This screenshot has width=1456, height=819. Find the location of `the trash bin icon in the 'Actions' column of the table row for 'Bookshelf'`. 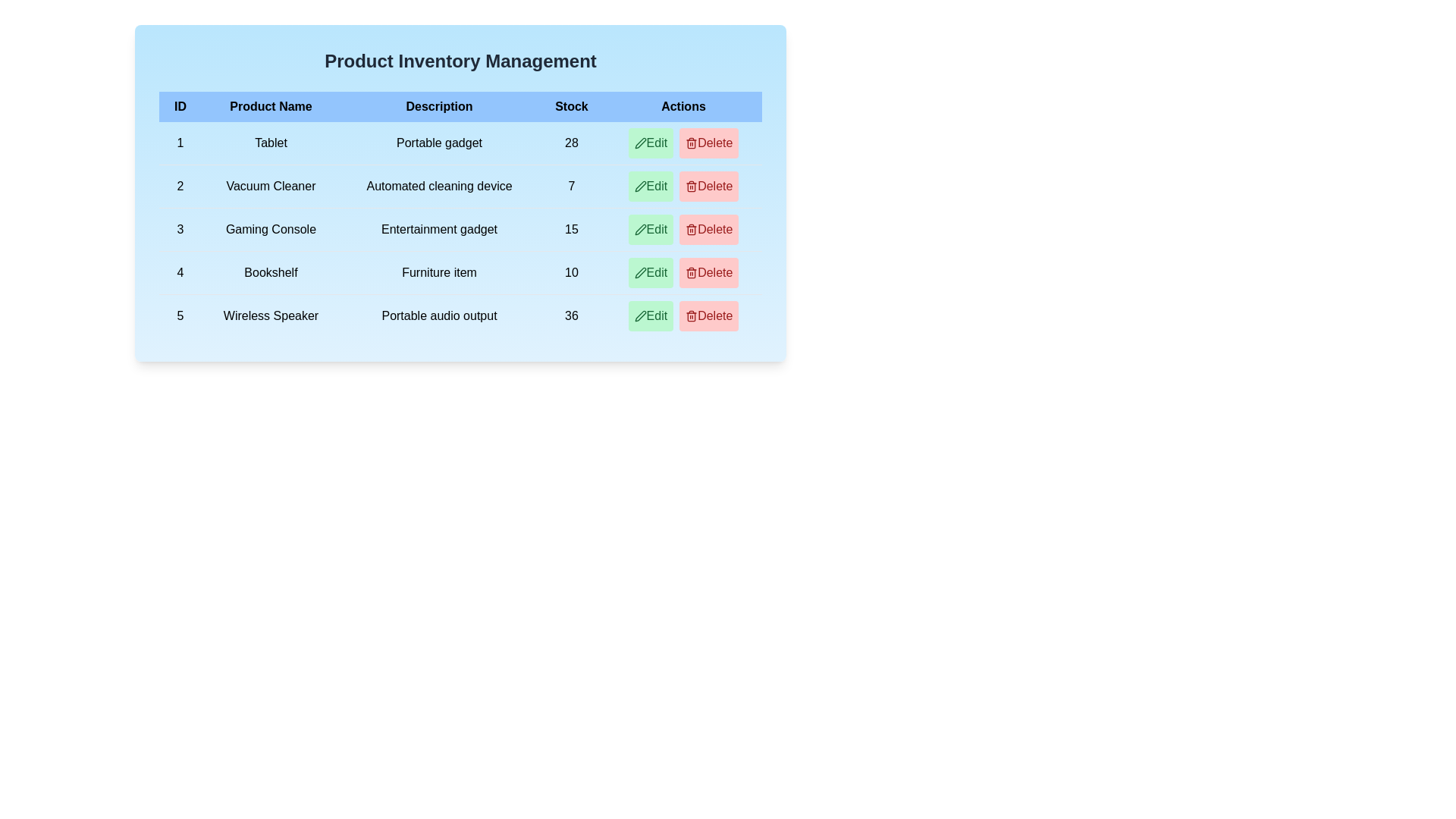

the trash bin icon in the 'Actions' column of the table row for 'Bookshelf' is located at coordinates (691, 271).